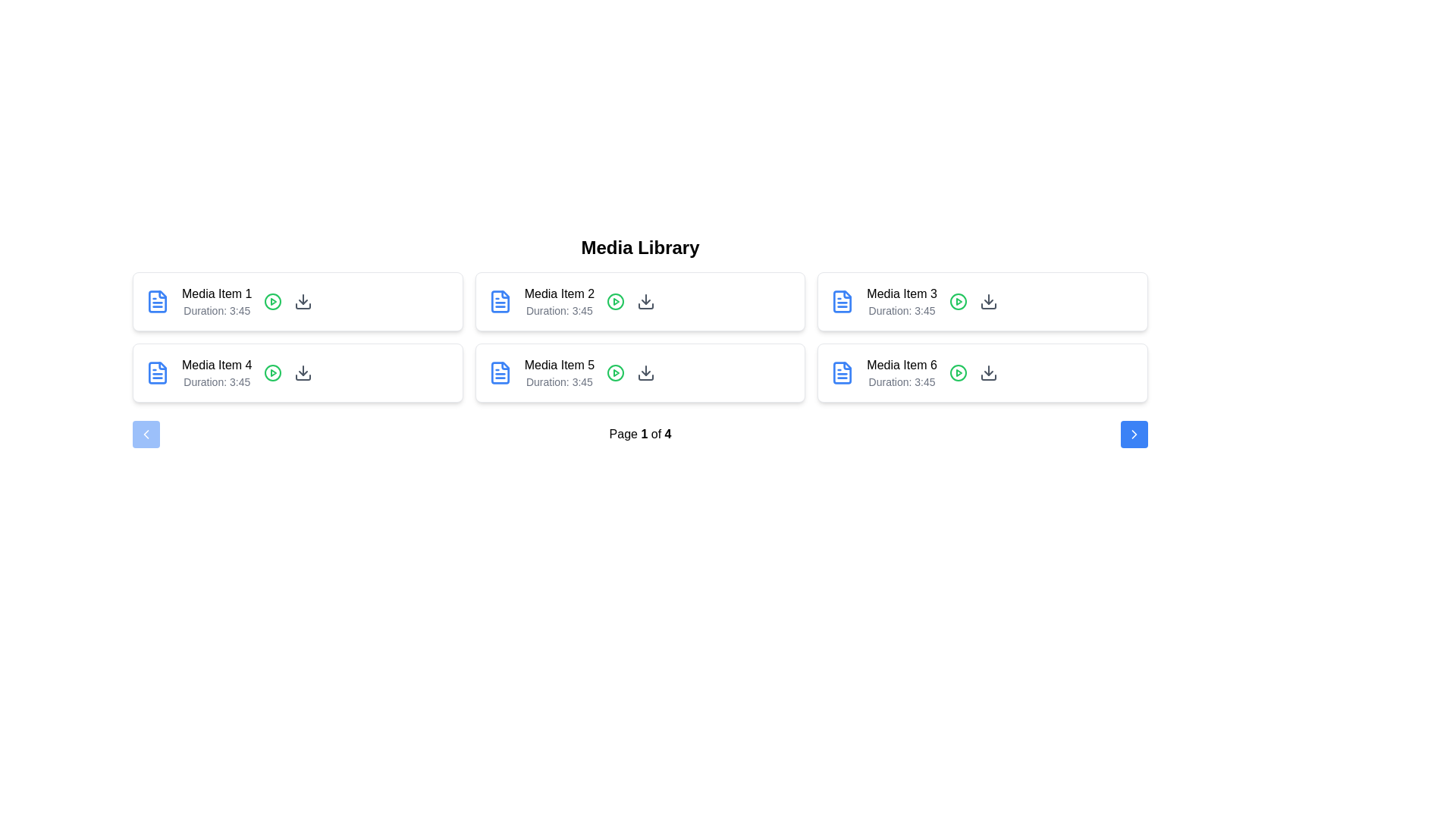  Describe the element at coordinates (500, 301) in the screenshot. I see `the icon resembling a document with lines indicating text, styled with a blue fill, located at the top left corner of 'Media Item 2' in the grid layout` at that location.